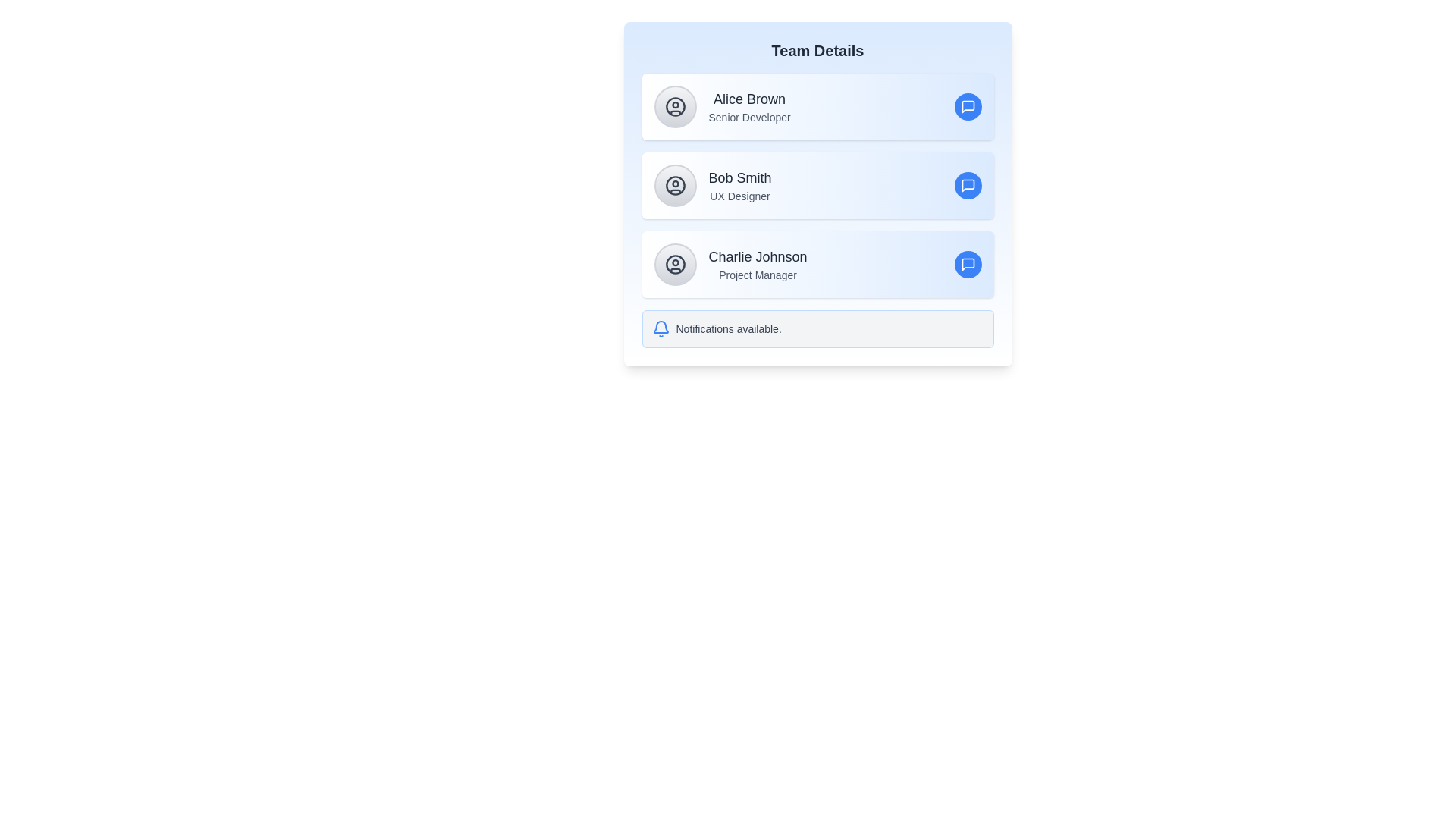 The height and width of the screenshot is (819, 1456). I want to click on the messaging button located at the far right of the card containing 'Bob Smith' and 'UX Designer' to initiate a chat or communication action, so click(967, 185).